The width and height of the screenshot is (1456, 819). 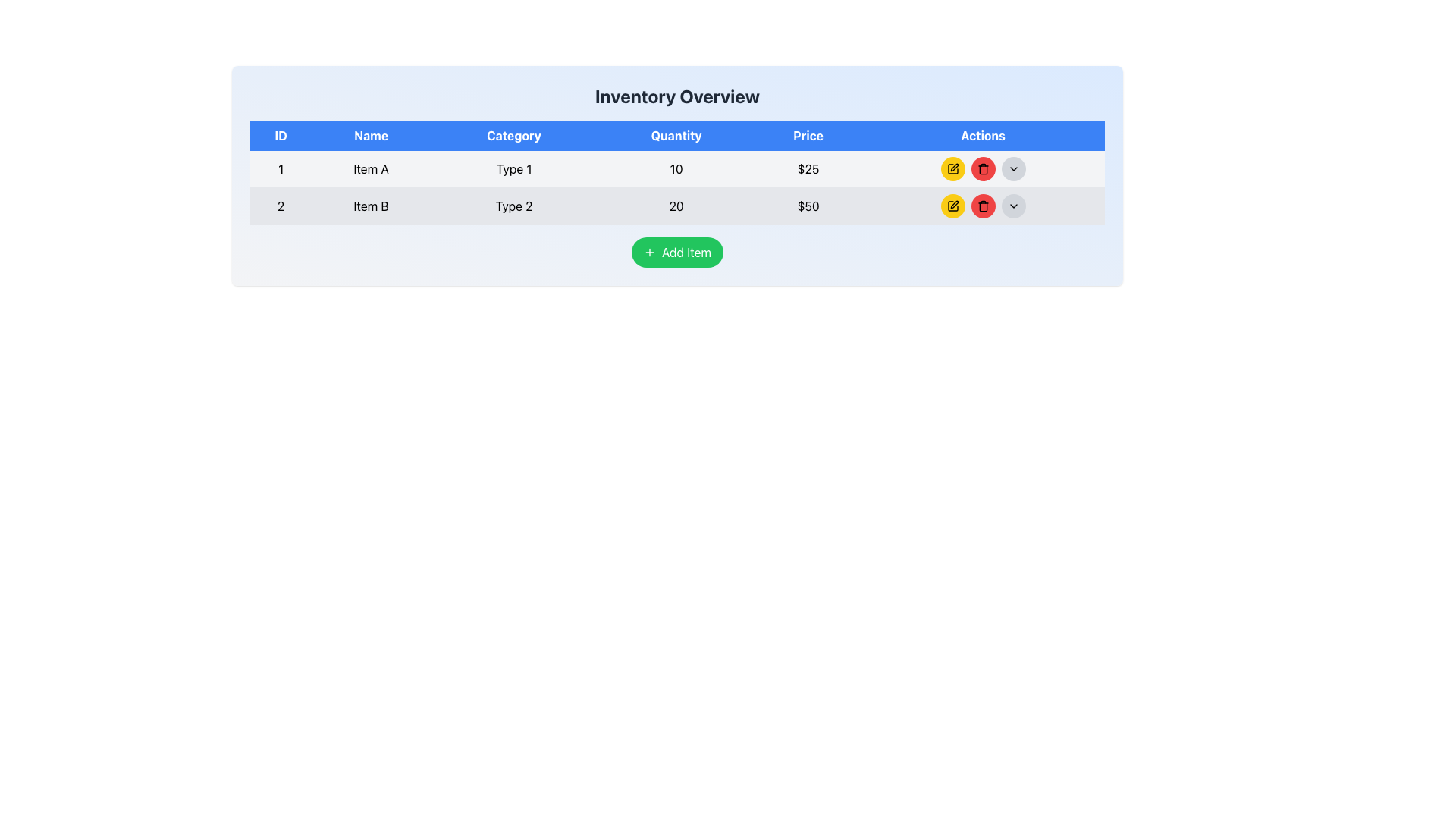 What do you see at coordinates (952, 169) in the screenshot?
I see `the circular yellow button with a black pen icon located in the actions column of the first data row in the table` at bounding box center [952, 169].